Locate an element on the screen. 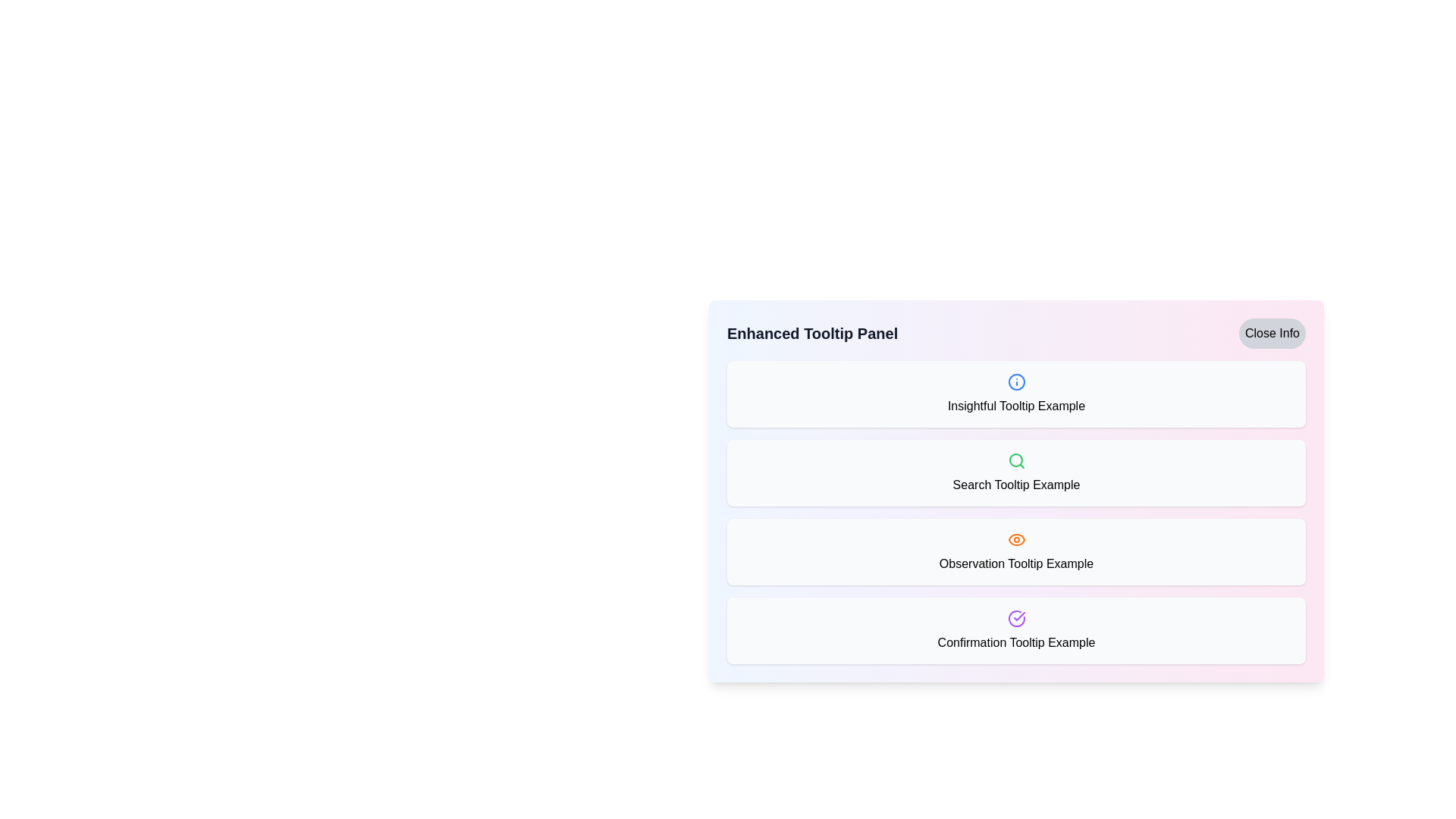  the Informative panel with a magnifying glass icon and 'Search Tooltip Example' text is located at coordinates (1016, 472).